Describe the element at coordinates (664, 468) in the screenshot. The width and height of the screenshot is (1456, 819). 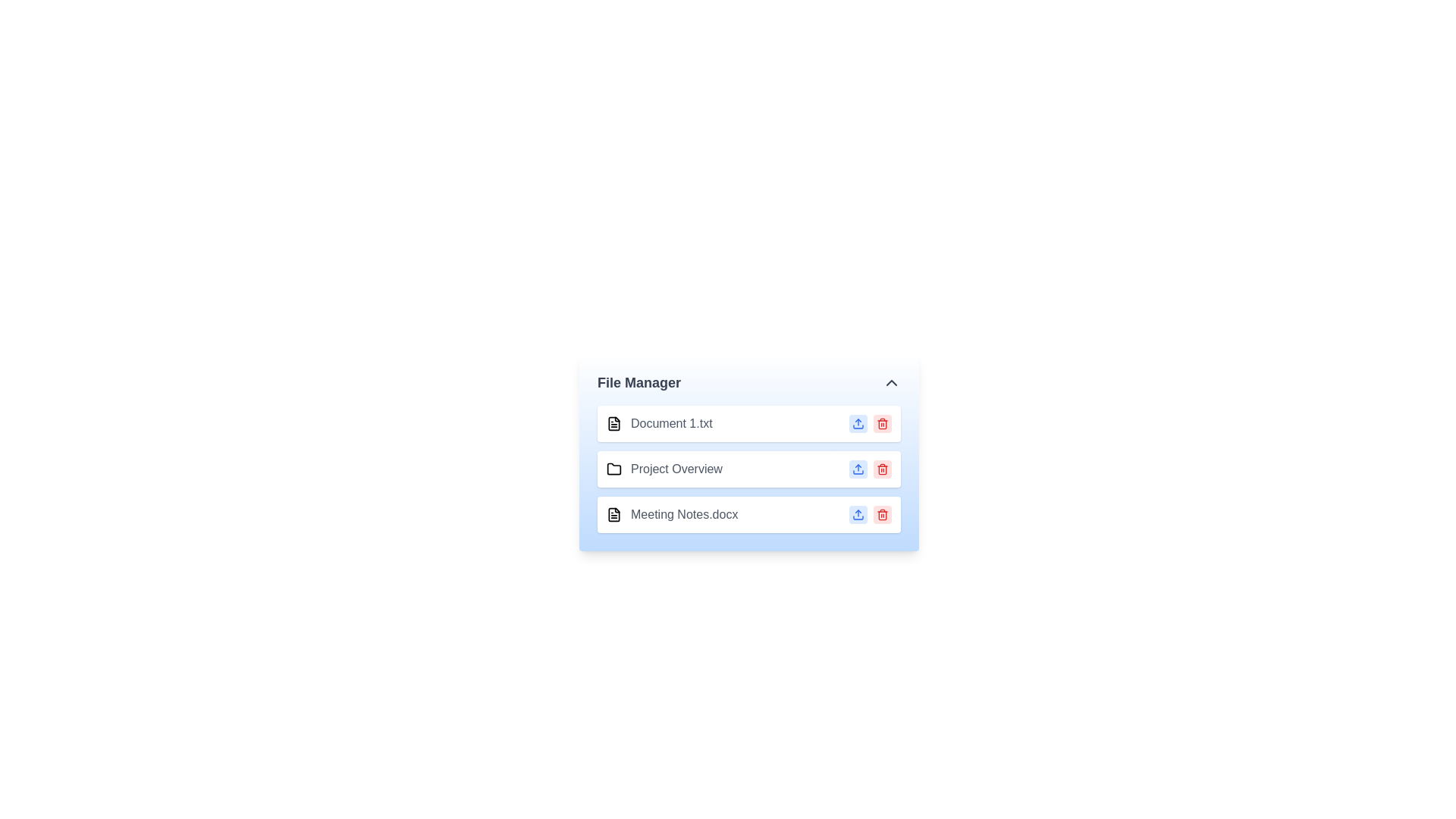
I see `the item Project Overview from the list` at that location.